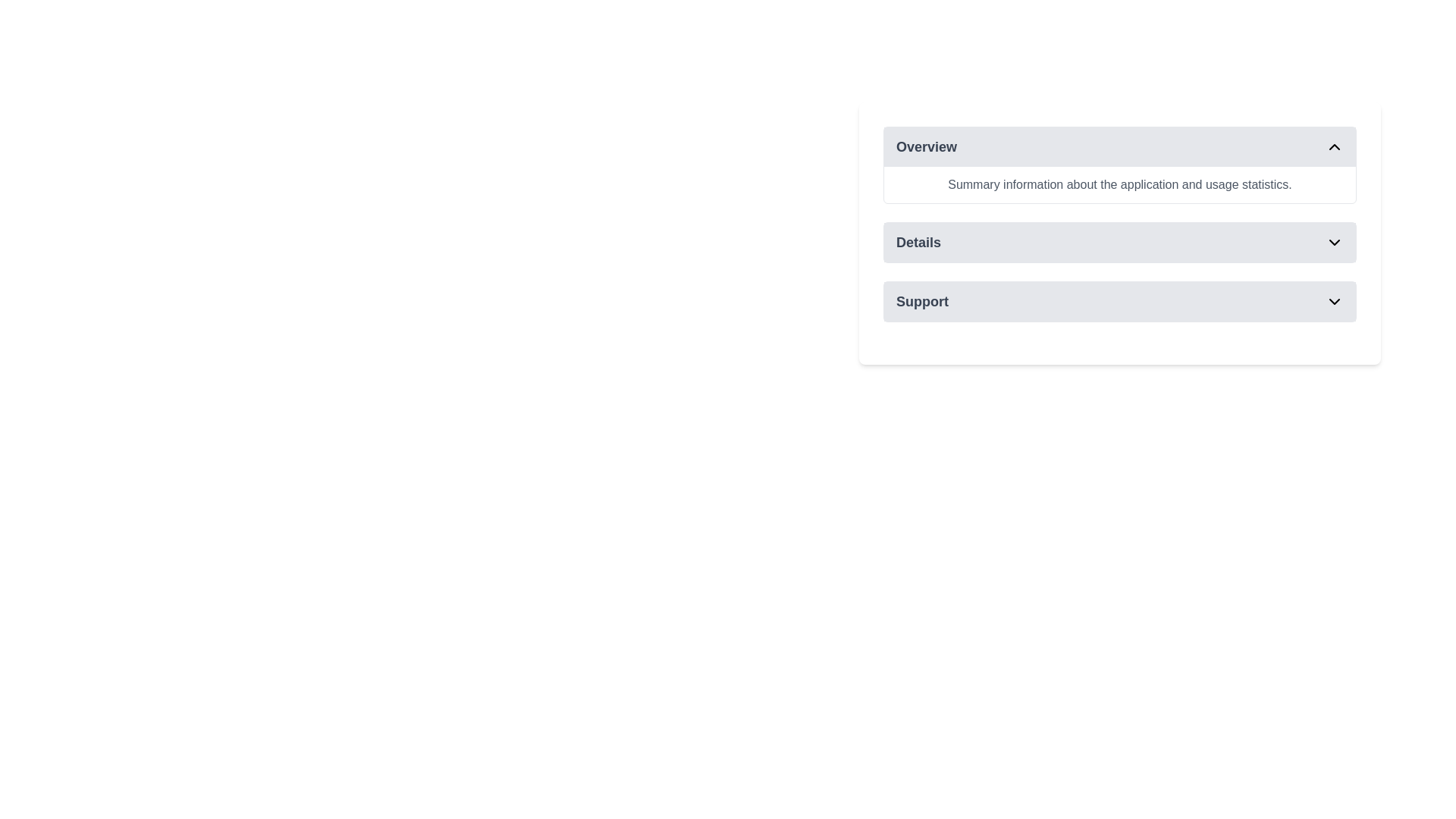 This screenshot has width=1456, height=819. I want to click on the 'Overview' Collapsible Section Header with a chevron-up icon, so click(1120, 165).